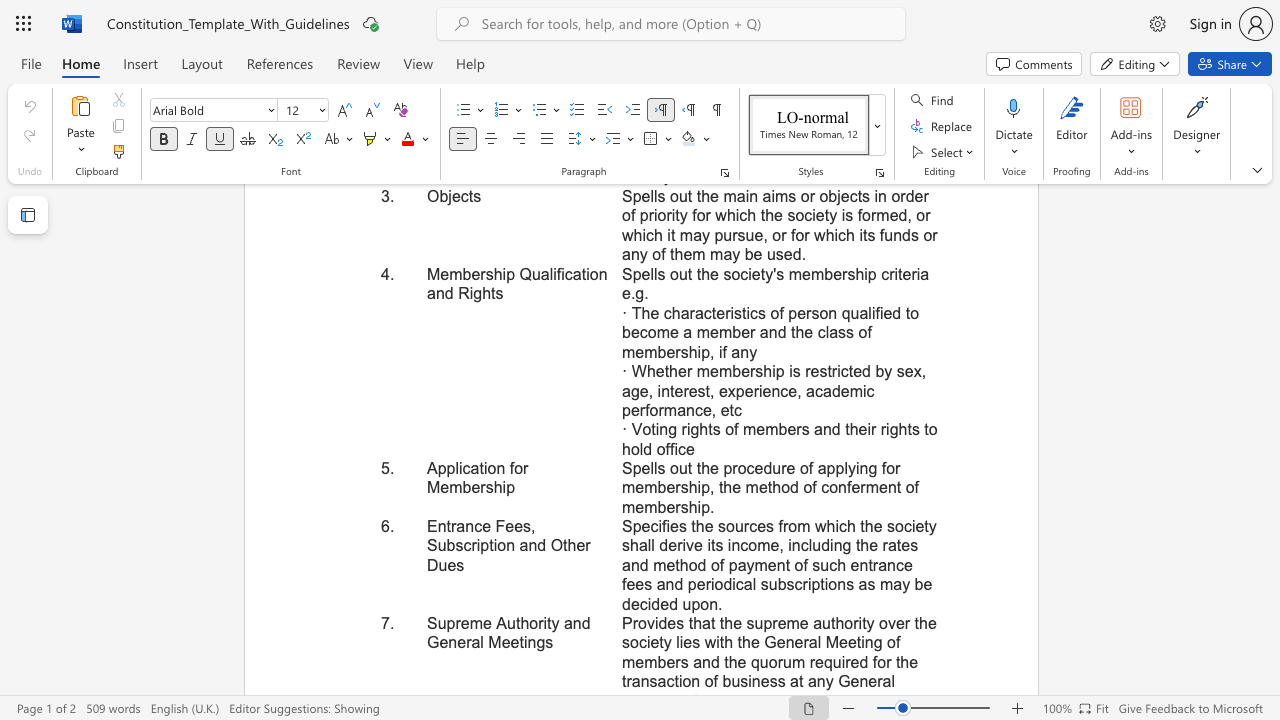  I want to click on the subset text "y and General Meetin" within the text "Supreme Authority and General Meetings", so click(551, 622).